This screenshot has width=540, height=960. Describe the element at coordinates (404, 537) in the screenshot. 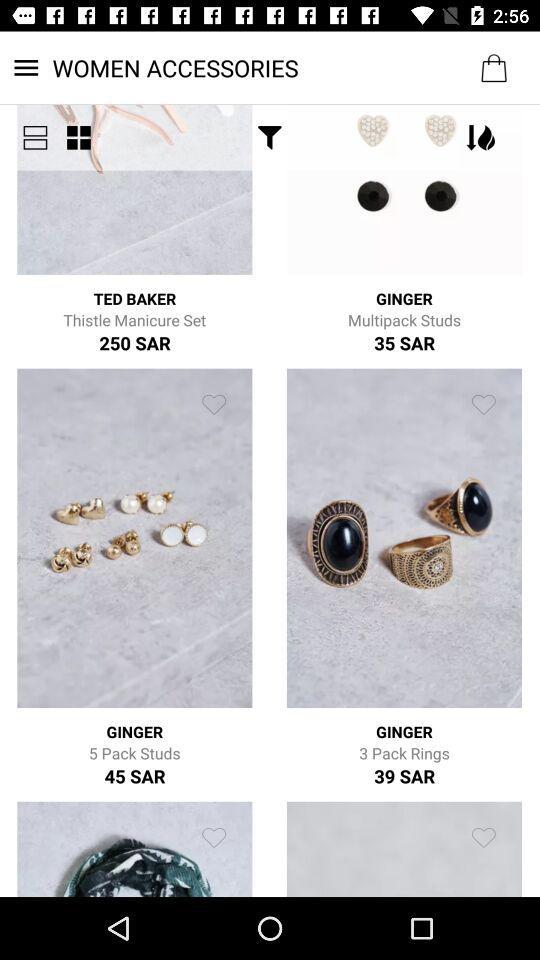

I see `the second image in the second row` at that location.